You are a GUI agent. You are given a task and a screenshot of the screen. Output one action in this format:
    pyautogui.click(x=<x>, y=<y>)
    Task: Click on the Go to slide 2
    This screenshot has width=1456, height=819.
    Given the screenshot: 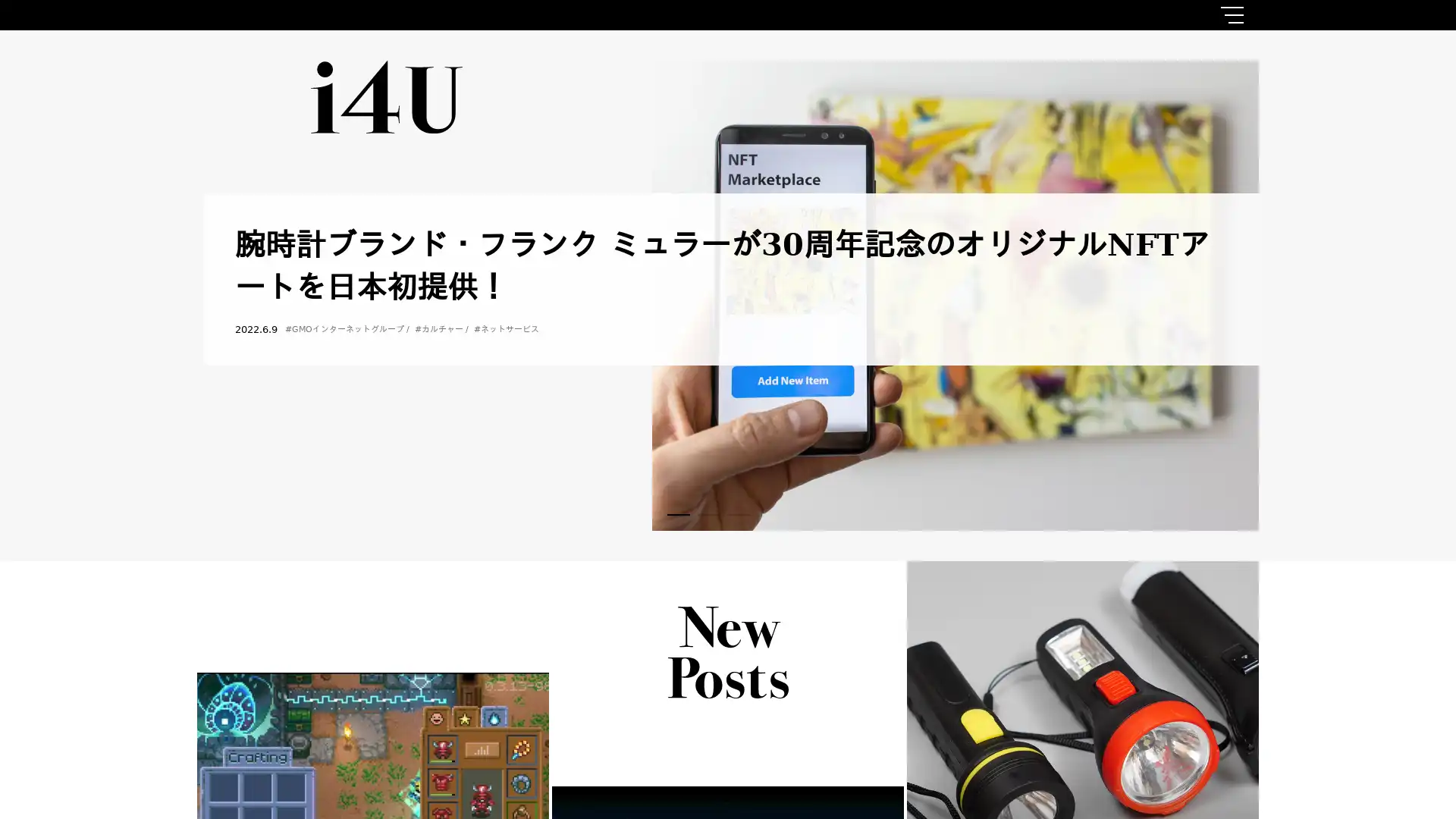 What is the action you would take?
    pyautogui.click(x=708, y=513)
    